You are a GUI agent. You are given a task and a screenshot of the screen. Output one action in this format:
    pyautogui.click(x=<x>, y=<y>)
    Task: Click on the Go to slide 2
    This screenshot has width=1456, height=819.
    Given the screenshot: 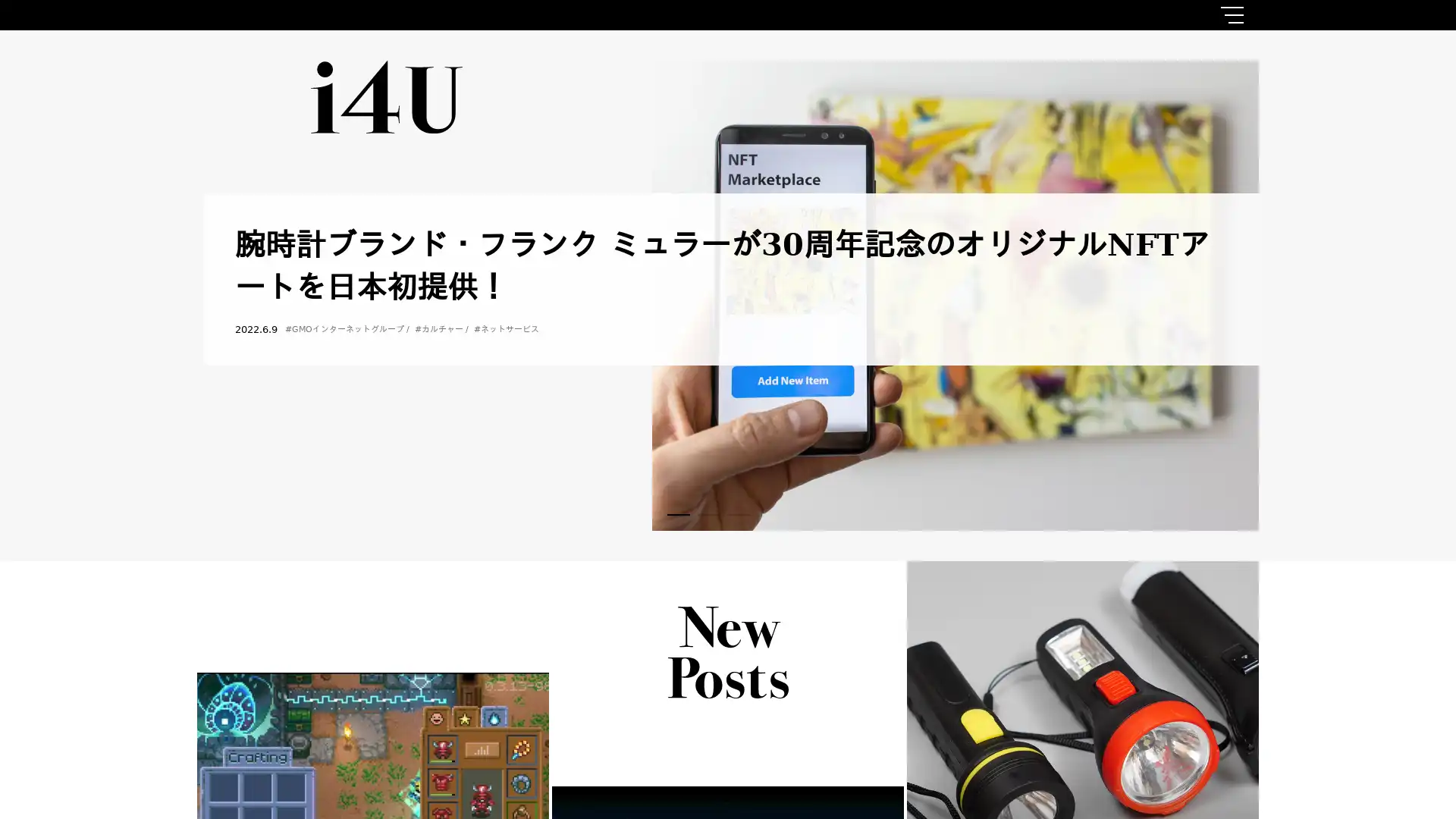 What is the action you would take?
    pyautogui.click(x=708, y=513)
    